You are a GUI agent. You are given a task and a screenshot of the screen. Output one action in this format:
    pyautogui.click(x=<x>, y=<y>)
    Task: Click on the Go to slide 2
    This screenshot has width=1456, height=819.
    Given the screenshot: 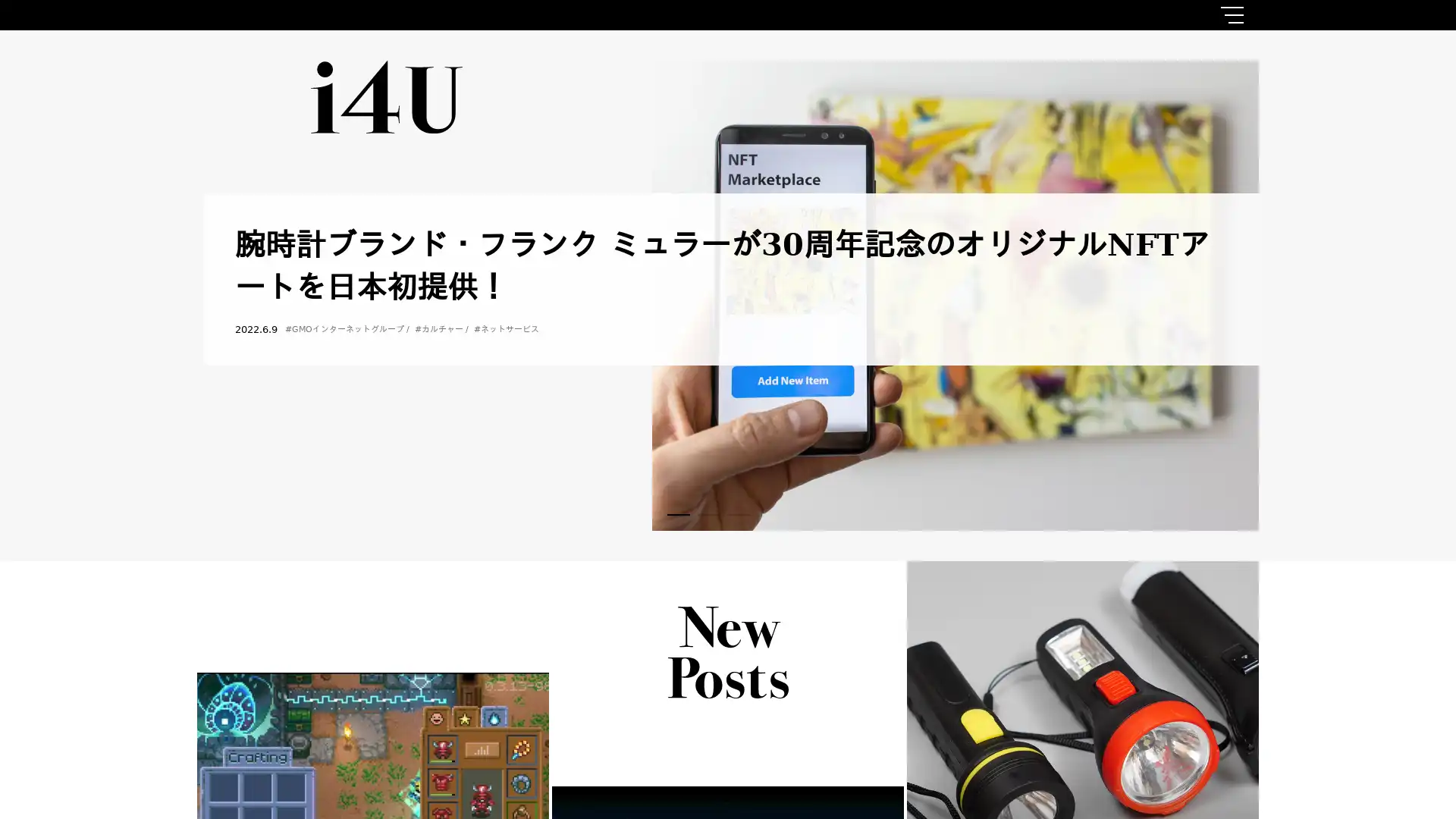 What is the action you would take?
    pyautogui.click(x=708, y=513)
    